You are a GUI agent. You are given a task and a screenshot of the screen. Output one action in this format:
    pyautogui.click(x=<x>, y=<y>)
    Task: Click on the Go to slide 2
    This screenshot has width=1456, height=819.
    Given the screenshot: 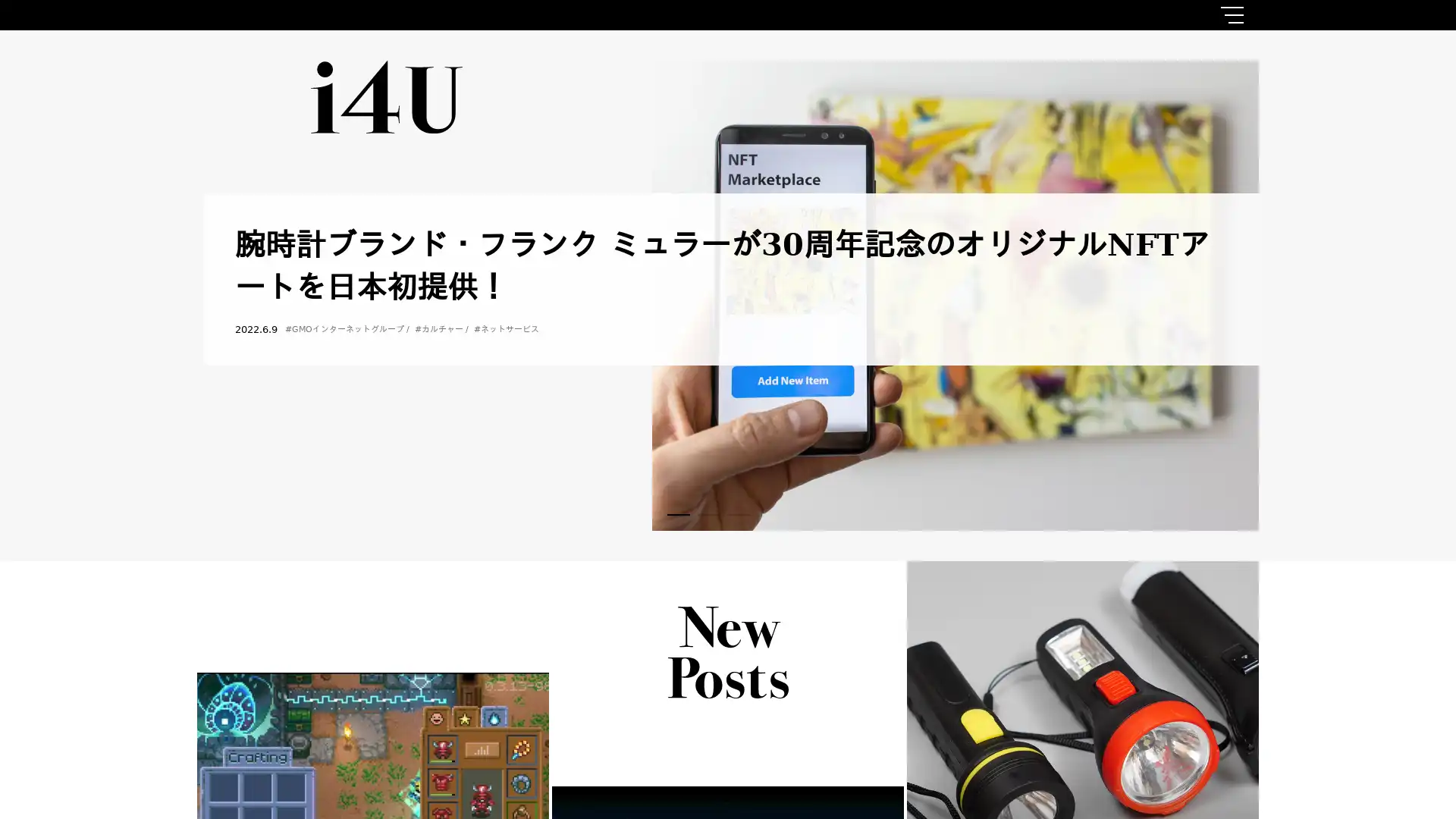 What is the action you would take?
    pyautogui.click(x=708, y=513)
    